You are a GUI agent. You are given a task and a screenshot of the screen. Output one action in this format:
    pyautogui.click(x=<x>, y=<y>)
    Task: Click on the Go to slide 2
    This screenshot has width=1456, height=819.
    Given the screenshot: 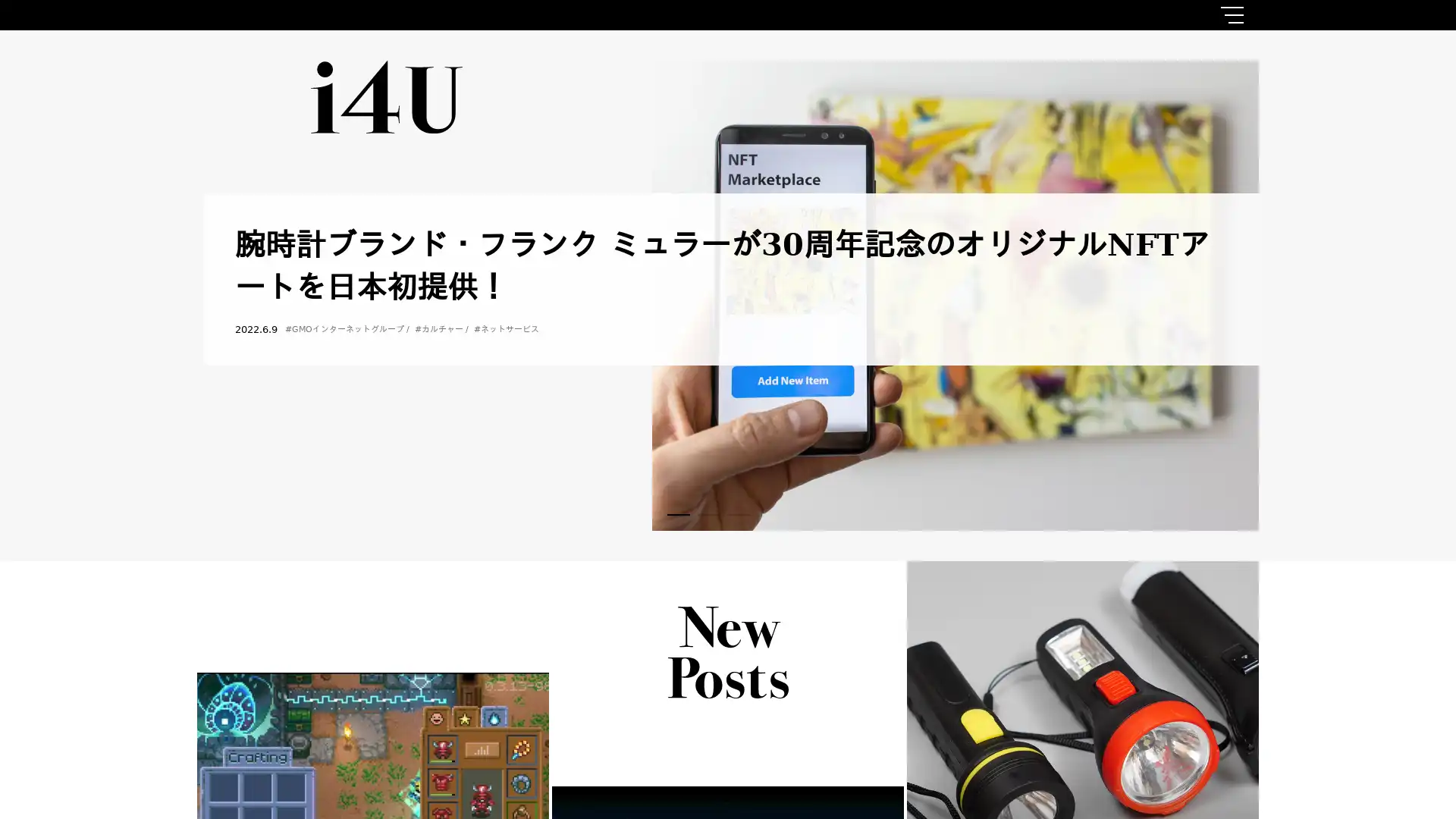 What is the action you would take?
    pyautogui.click(x=708, y=513)
    